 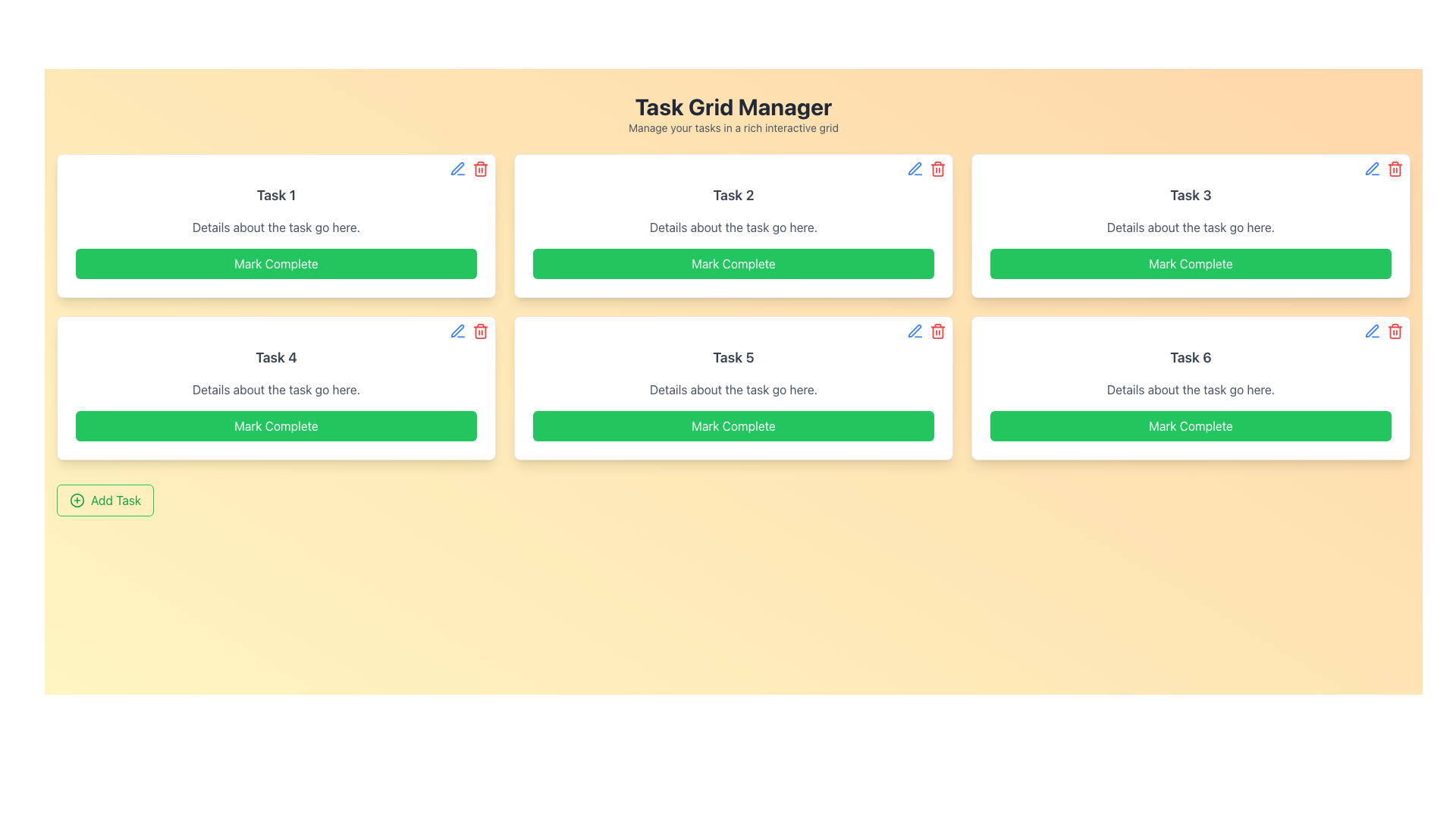 What do you see at coordinates (479, 330) in the screenshot?
I see `the delete icon button located in the top-right corner of the task card` at bounding box center [479, 330].